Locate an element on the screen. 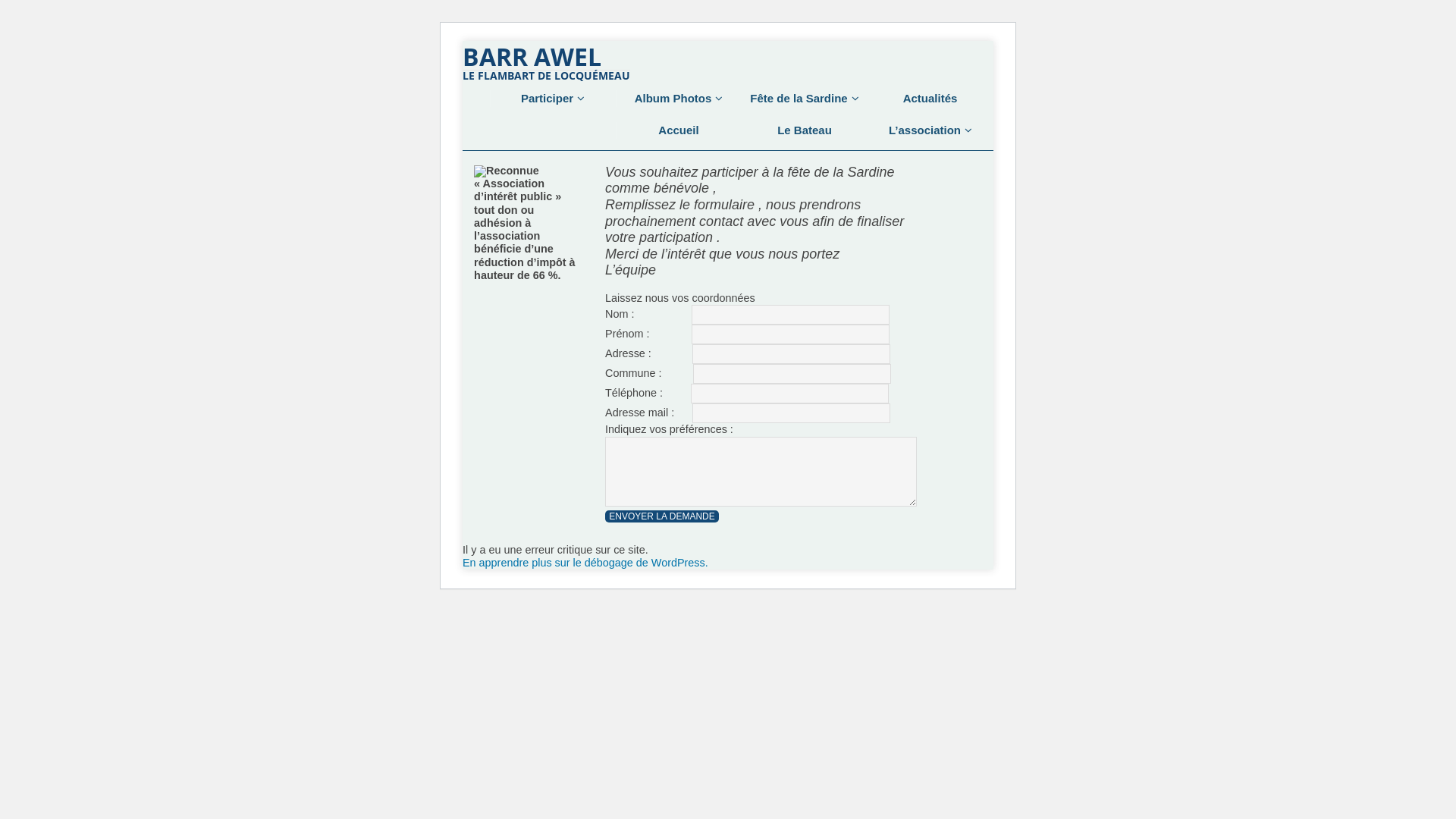  'Accueil' is located at coordinates (677, 130).